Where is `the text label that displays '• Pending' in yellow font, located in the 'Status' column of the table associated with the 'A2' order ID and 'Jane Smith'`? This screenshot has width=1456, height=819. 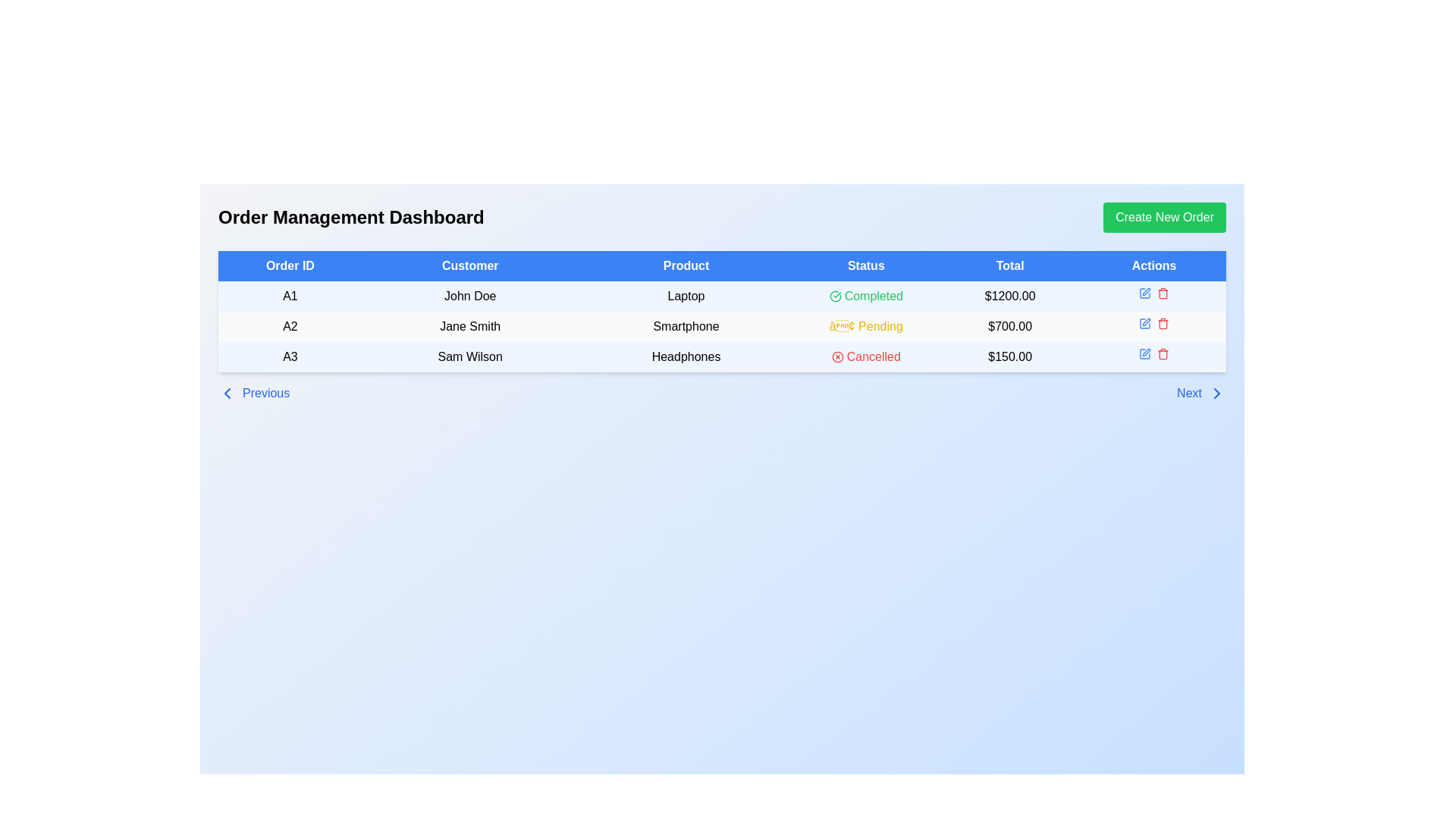 the text label that displays '• Pending' in yellow font, located in the 'Status' column of the table associated with the 'A2' order ID and 'Jane Smith' is located at coordinates (866, 326).